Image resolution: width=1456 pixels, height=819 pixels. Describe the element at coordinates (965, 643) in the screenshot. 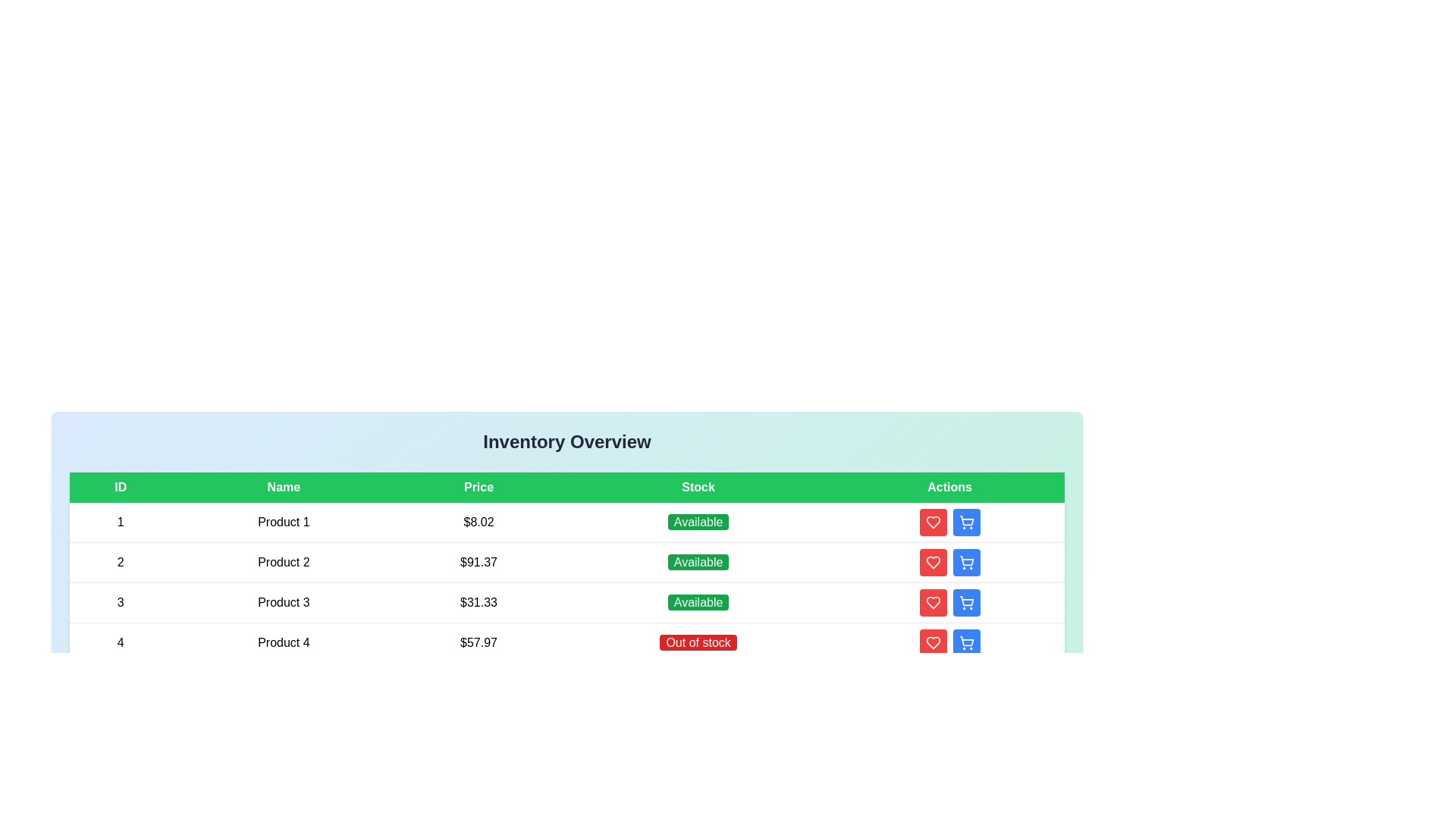

I see `'Add to Cart' button for the product with ID 4` at that location.